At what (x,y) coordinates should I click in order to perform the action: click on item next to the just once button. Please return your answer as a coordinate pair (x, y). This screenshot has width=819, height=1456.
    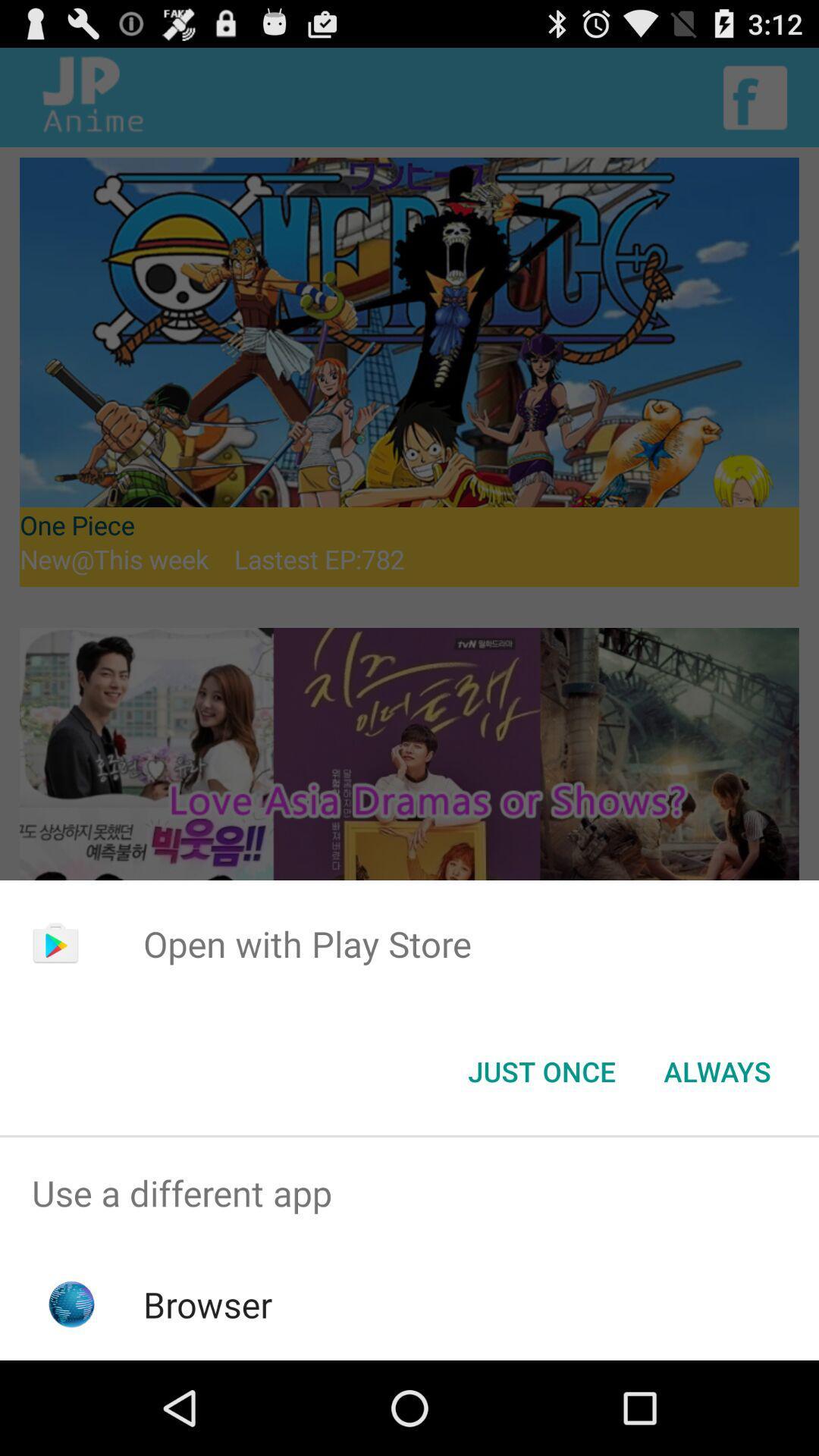
    Looking at the image, I should click on (717, 1070).